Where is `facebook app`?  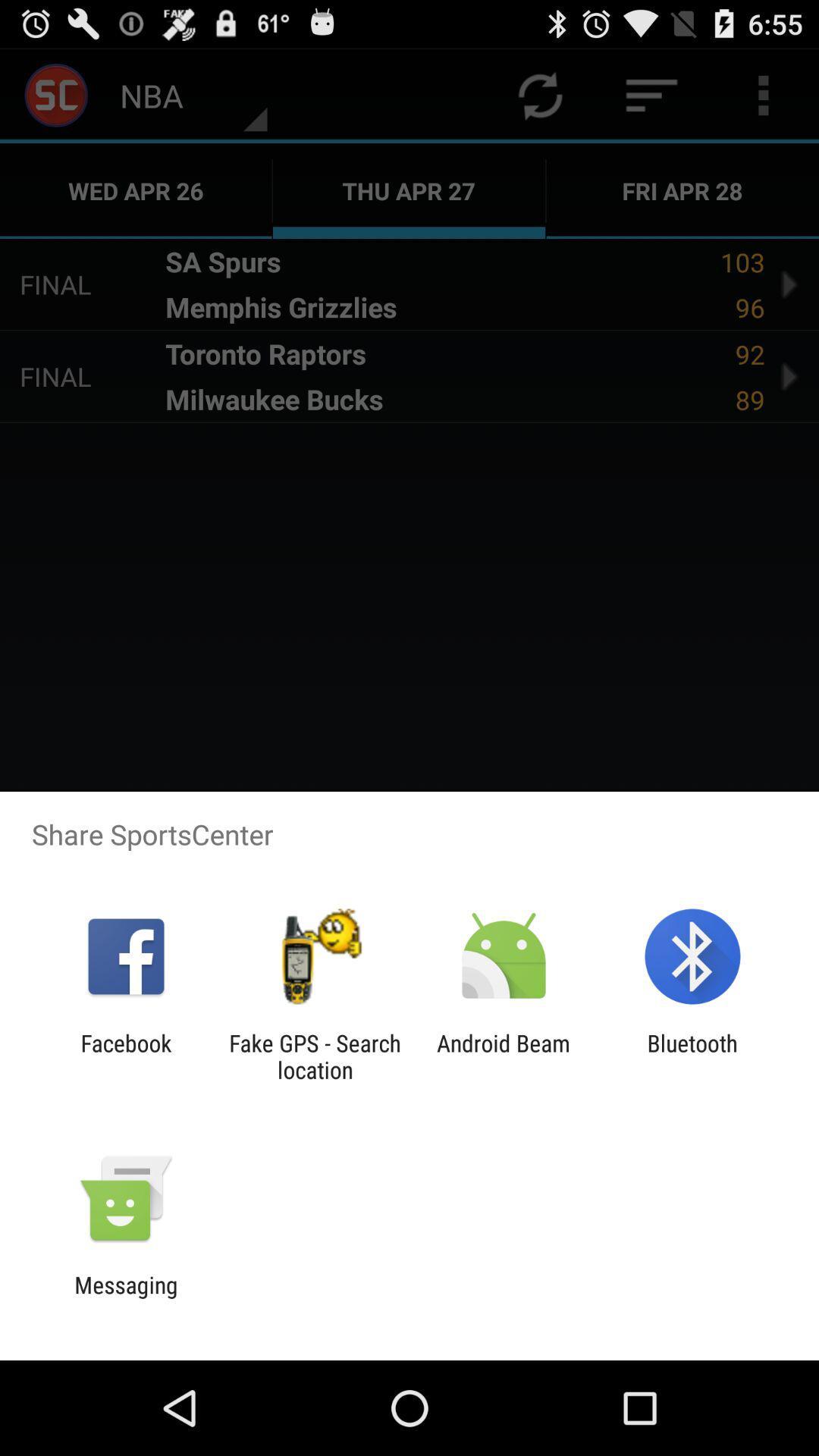
facebook app is located at coordinates (125, 1056).